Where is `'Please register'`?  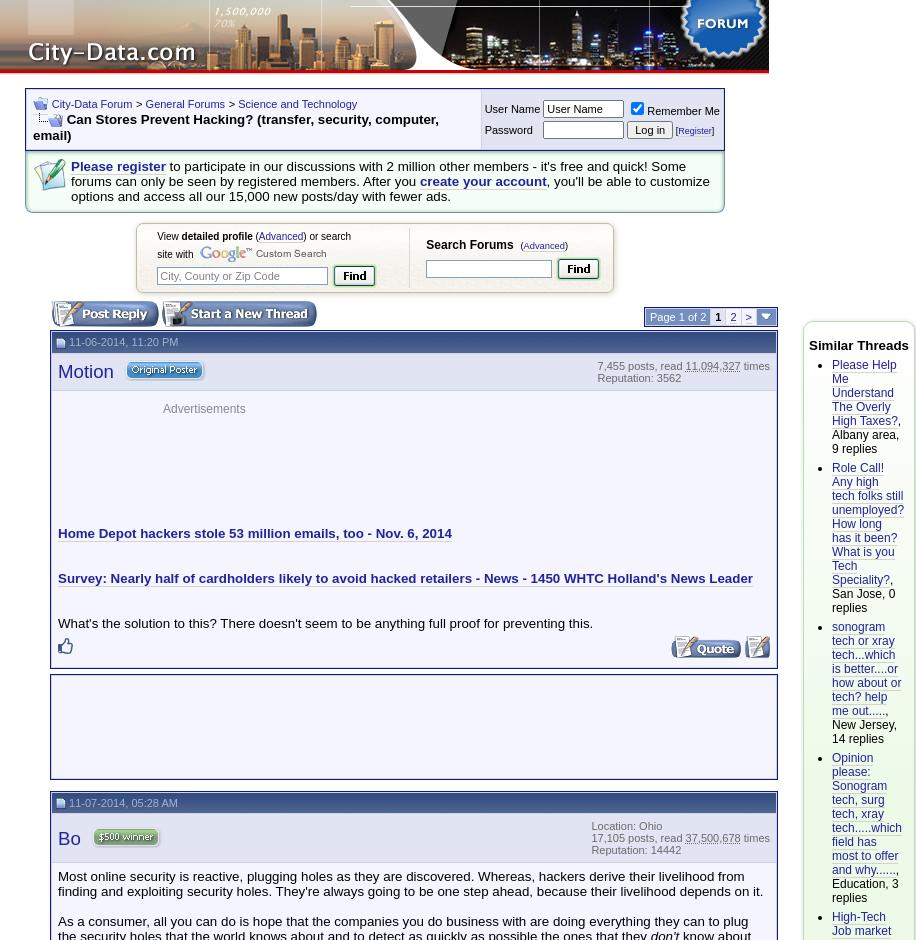
'Please register' is located at coordinates (117, 165).